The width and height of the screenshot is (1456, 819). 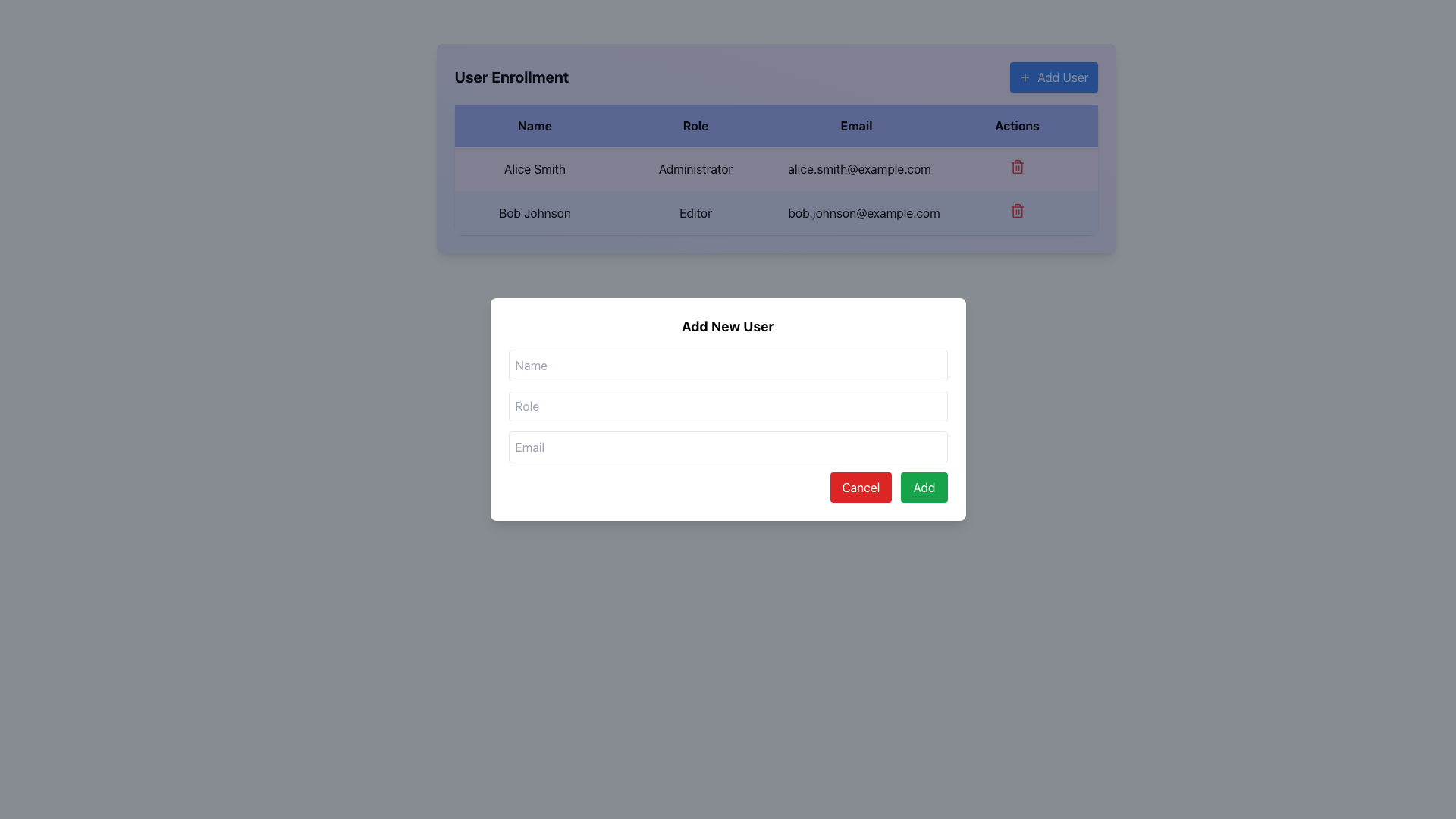 I want to click on the text label displaying the user's name 'Bob Johnson' in the user enrollment table for accessibility purposes, so click(x=535, y=213).